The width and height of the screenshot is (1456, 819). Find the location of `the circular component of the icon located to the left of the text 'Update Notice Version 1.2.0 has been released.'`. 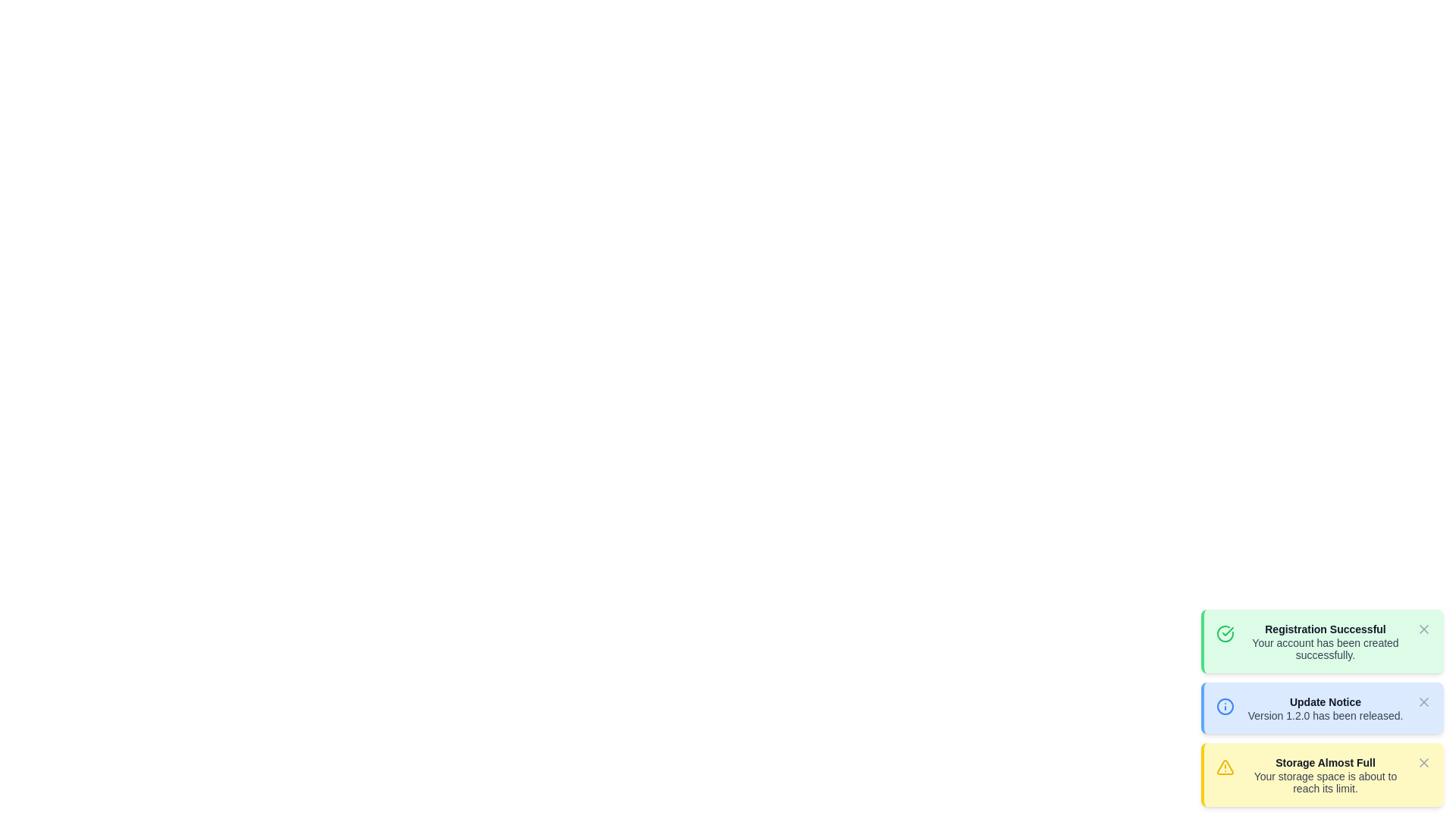

the circular component of the icon located to the left of the text 'Update Notice Version 1.2.0 has been released.' is located at coordinates (1225, 707).